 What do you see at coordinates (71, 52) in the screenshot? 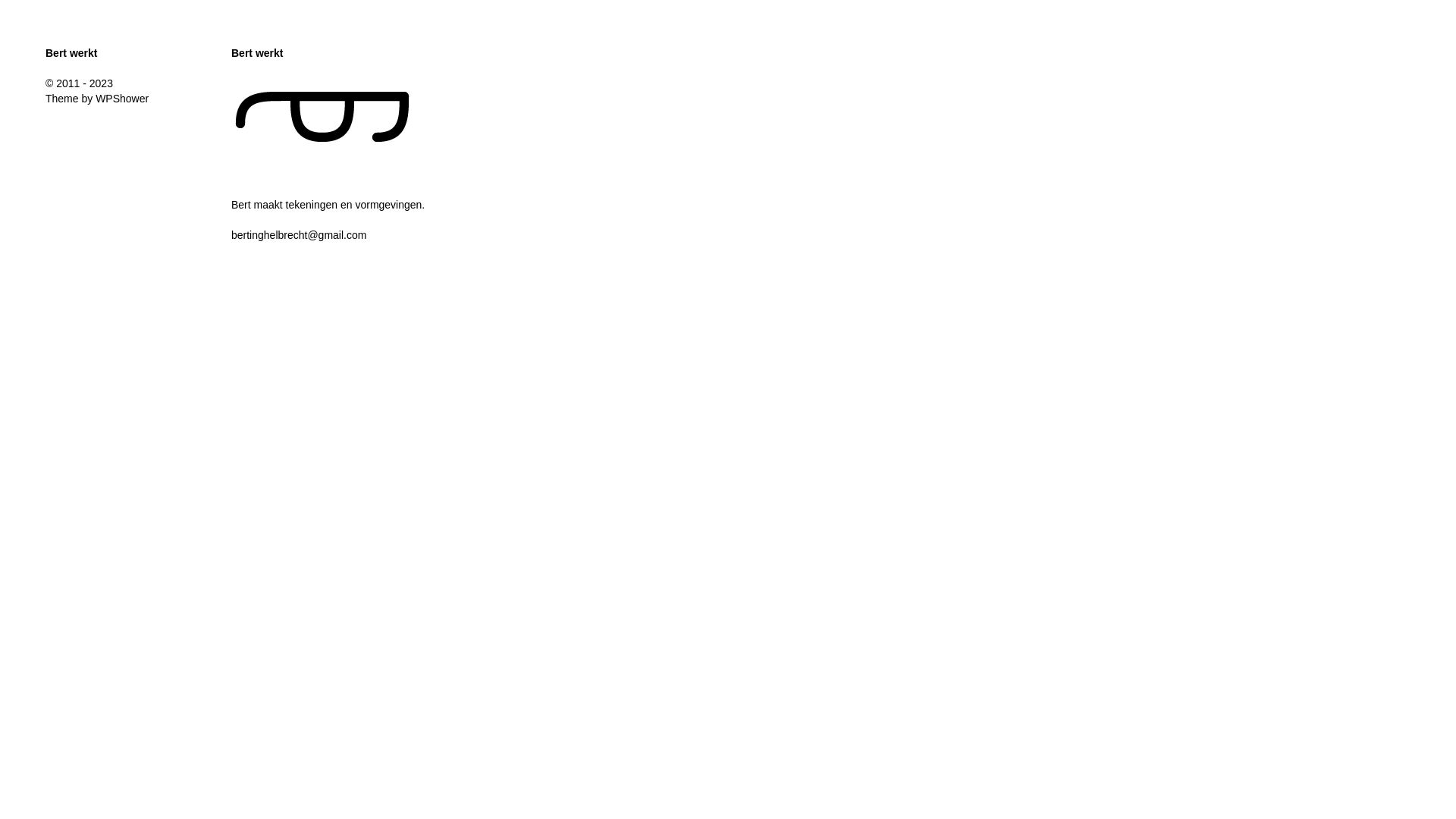
I see `'Bert werkt'` at bounding box center [71, 52].